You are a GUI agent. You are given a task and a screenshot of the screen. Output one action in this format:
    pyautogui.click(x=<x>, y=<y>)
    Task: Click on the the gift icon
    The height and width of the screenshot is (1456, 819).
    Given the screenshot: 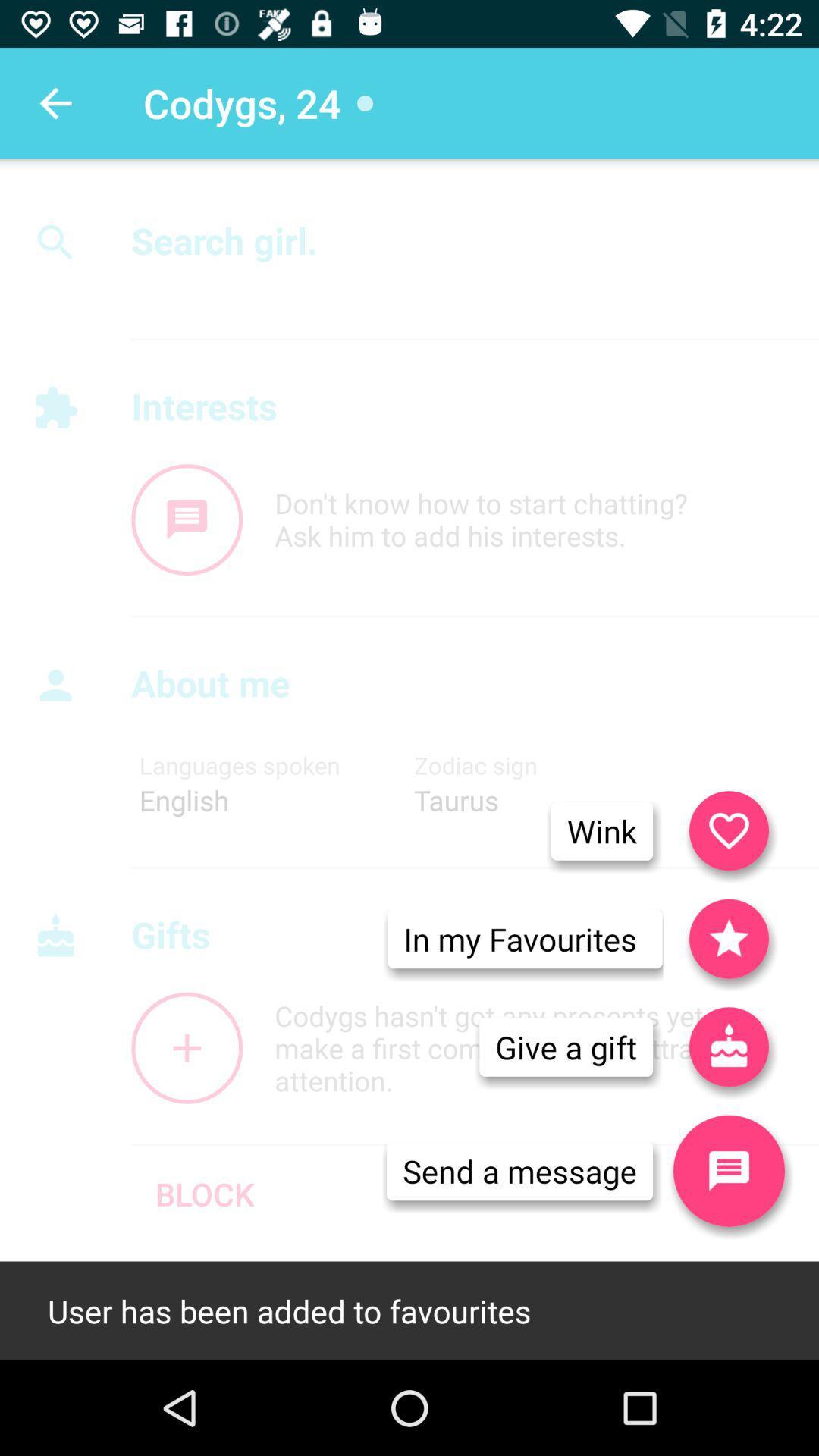 What is the action you would take?
    pyautogui.click(x=728, y=1046)
    